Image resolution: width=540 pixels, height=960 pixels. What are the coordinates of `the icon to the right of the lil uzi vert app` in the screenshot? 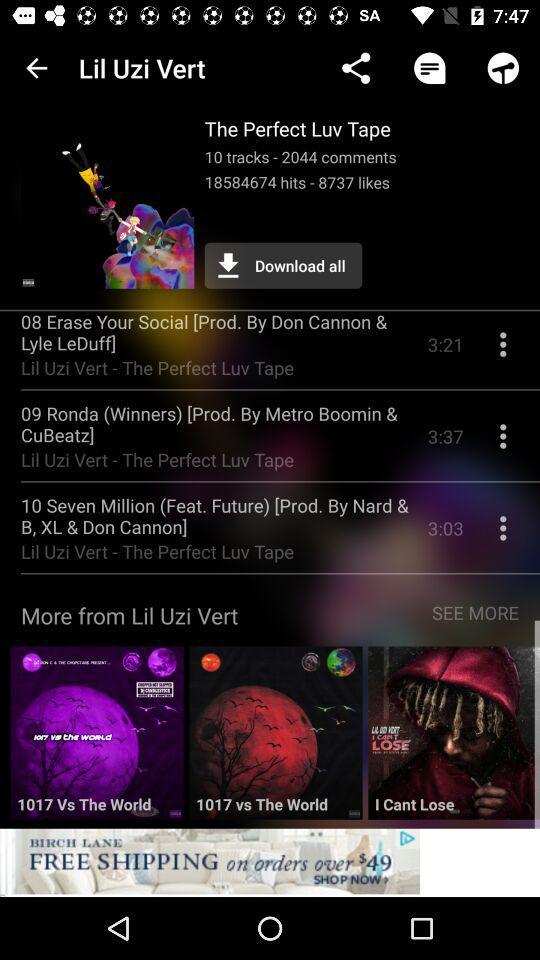 It's located at (355, 68).